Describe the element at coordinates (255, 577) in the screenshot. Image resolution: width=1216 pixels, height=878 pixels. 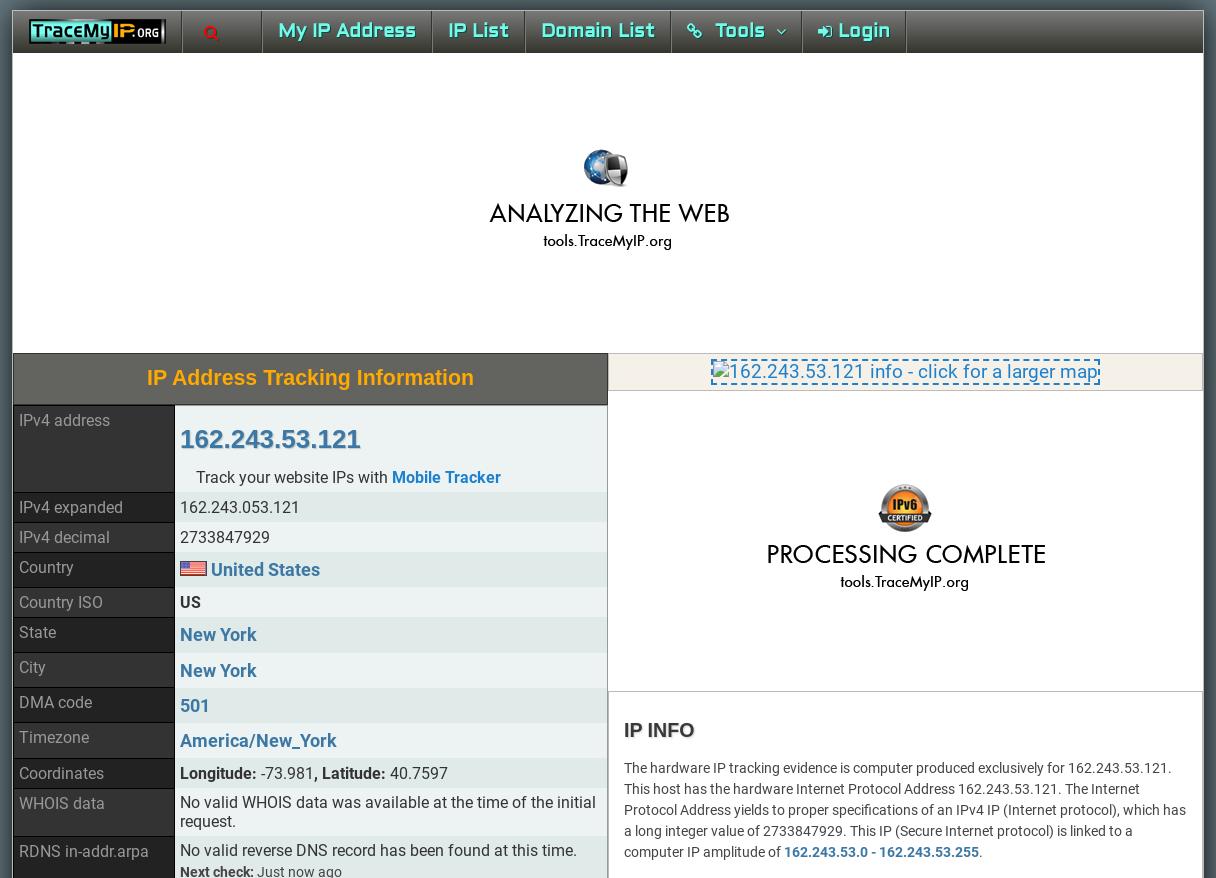
I see `'0'` at that location.